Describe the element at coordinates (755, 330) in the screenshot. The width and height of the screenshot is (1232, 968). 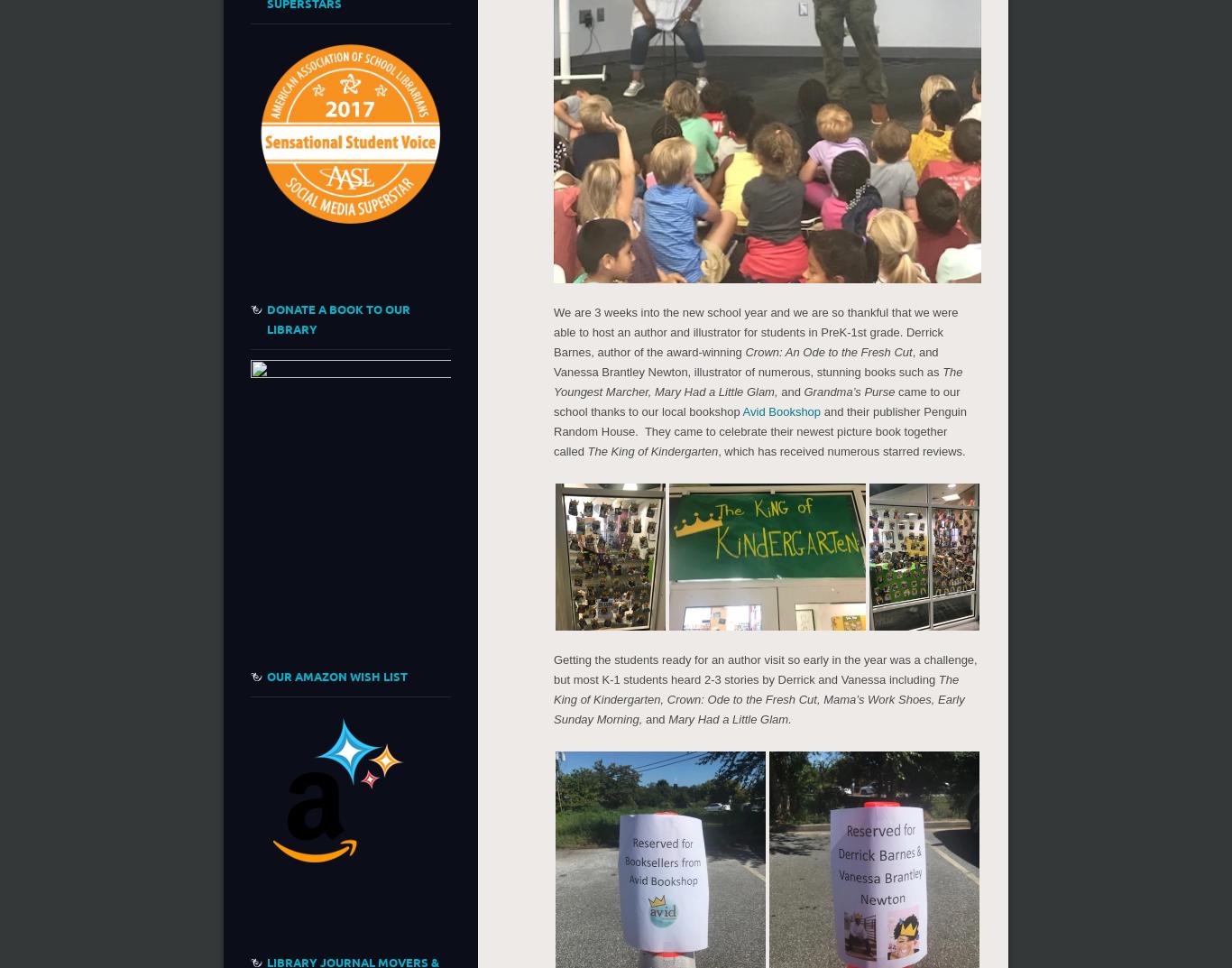
I see `'We are 3 weeks into the new school year and we are so thankful that we were able to host an author and illustrator for students in PreK-1st grade. Derrick Barnes, author of the award-winning'` at that location.